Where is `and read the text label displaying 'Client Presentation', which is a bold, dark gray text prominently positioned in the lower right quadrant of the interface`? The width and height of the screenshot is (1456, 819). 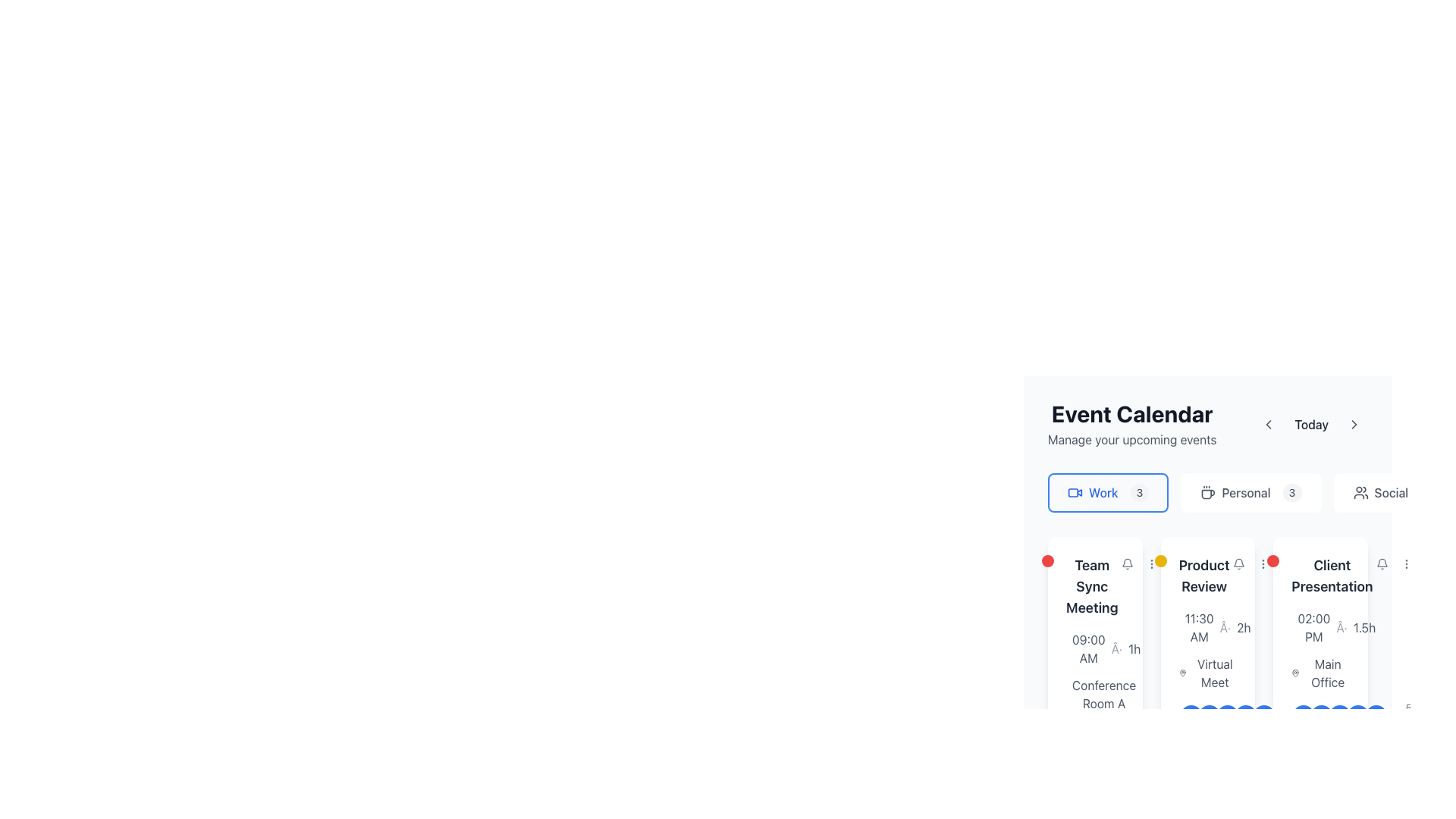
and read the text label displaying 'Client Presentation', which is a bold, dark gray text prominently positioned in the lower right quadrant of the interface is located at coordinates (1331, 576).